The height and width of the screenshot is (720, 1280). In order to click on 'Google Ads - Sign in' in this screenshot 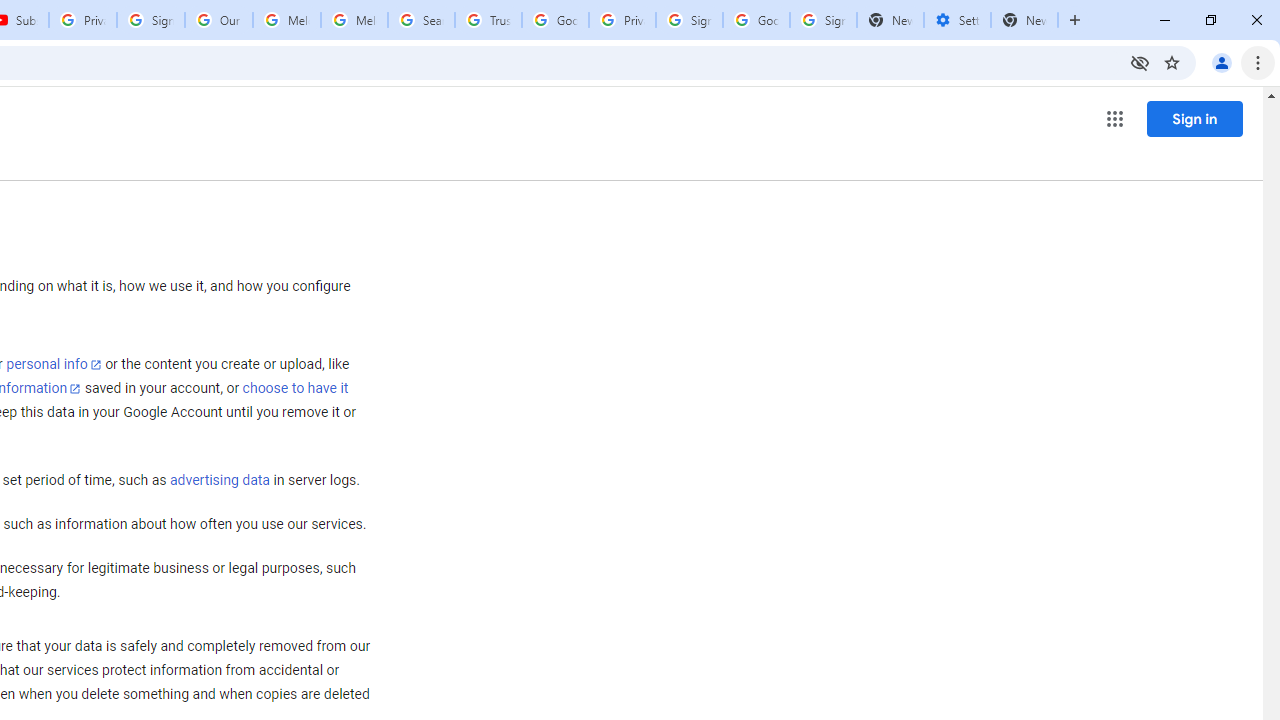, I will do `click(555, 20)`.